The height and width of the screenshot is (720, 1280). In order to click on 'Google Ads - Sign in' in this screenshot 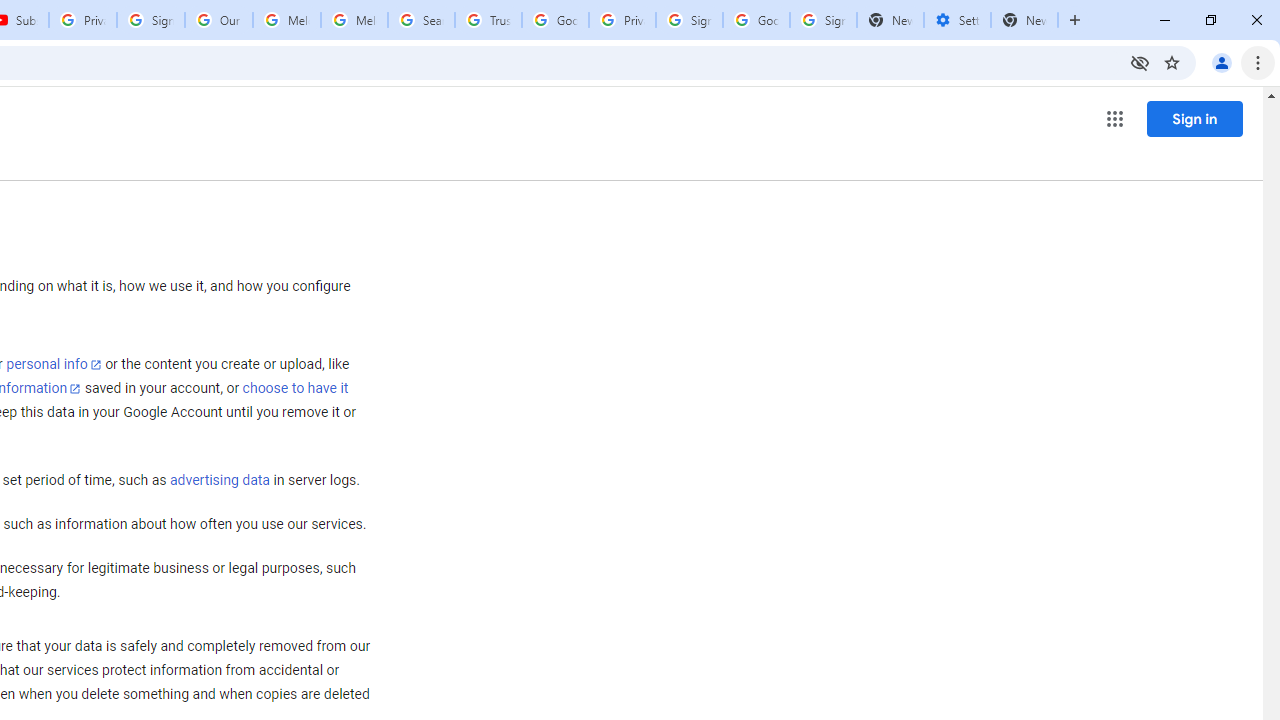, I will do `click(555, 20)`.